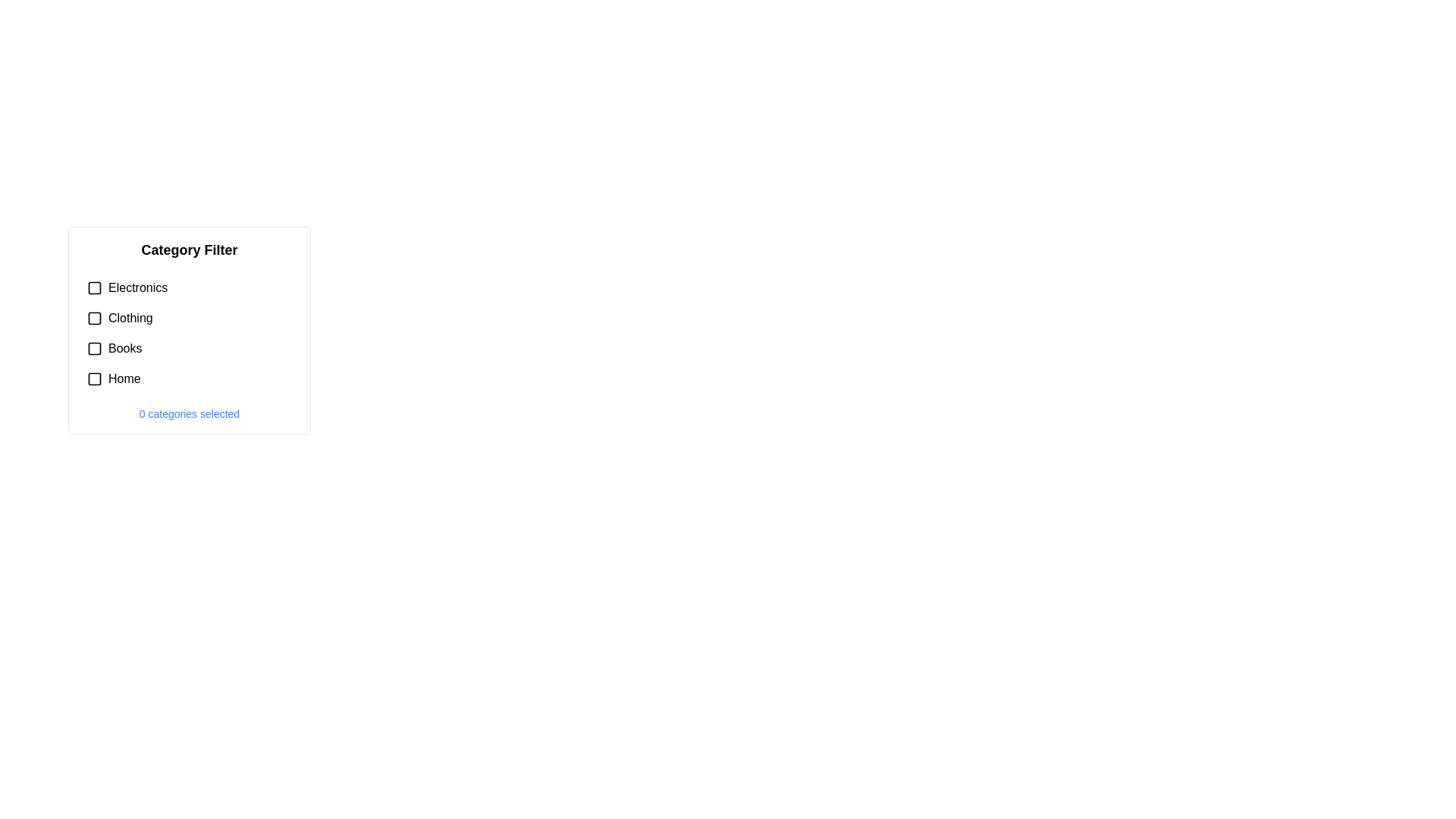 The height and width of the screenshot is (819, 1456). Describe the element at coordinates (93, 318) in the screenshot. I see `the Checkbox Icon located within the 'Clothing' category selection interface` at that location.